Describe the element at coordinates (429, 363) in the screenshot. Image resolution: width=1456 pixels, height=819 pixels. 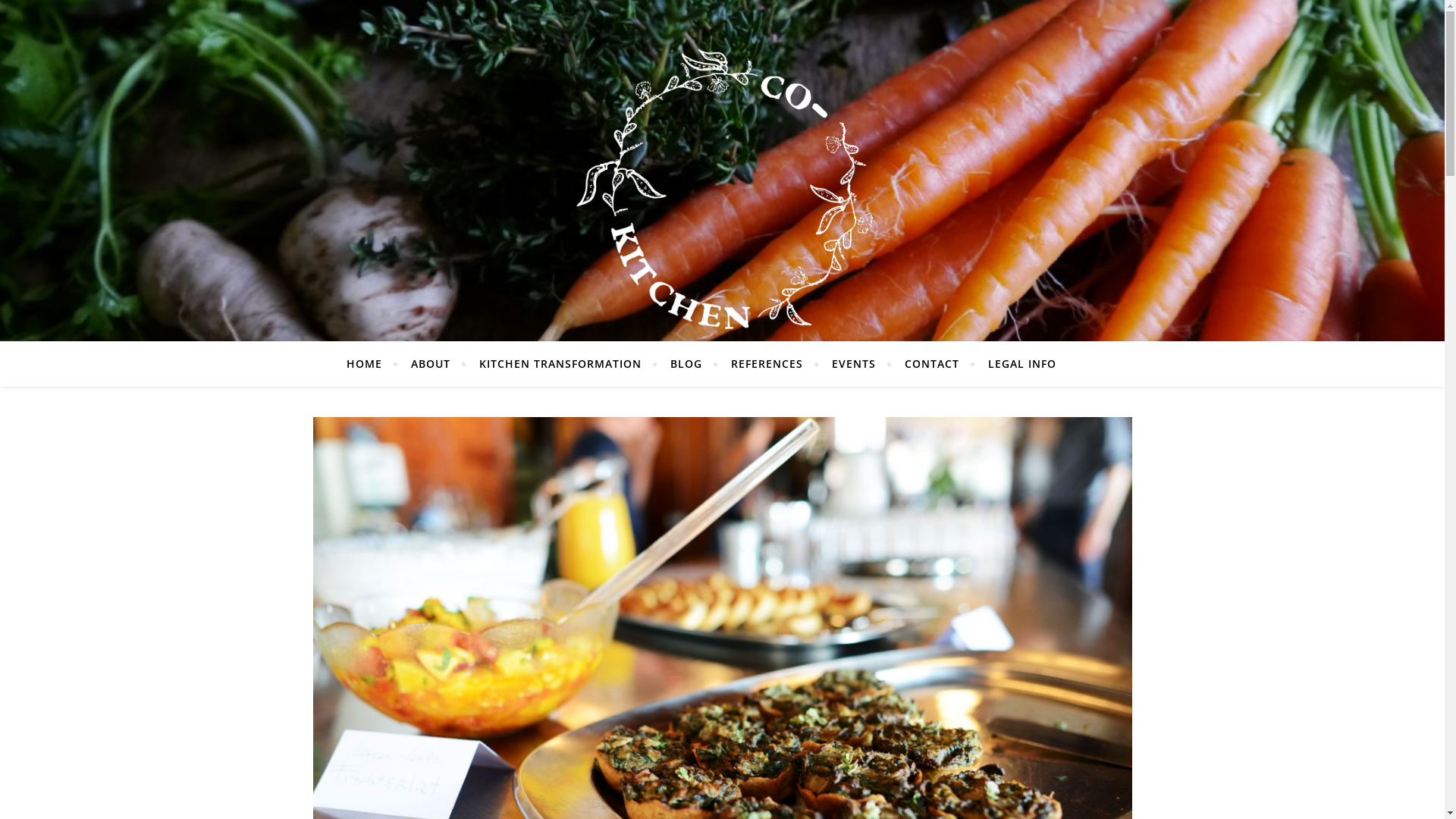
I see `'ABOUT'` at that location.